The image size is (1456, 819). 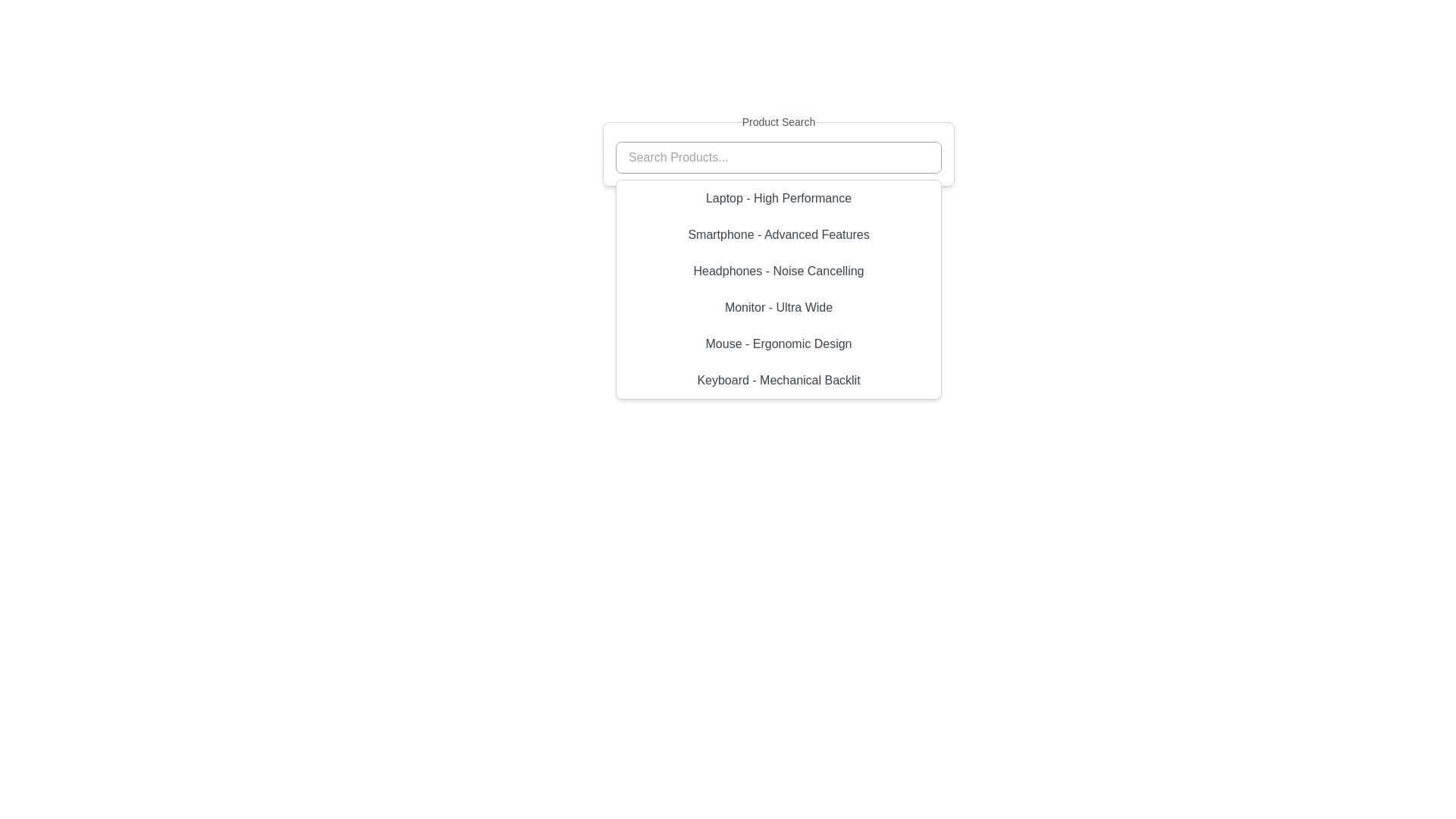 I want to click on the first option in the dropdown list labeled 'Laptop - High Performance', so click(x=779, y=198).